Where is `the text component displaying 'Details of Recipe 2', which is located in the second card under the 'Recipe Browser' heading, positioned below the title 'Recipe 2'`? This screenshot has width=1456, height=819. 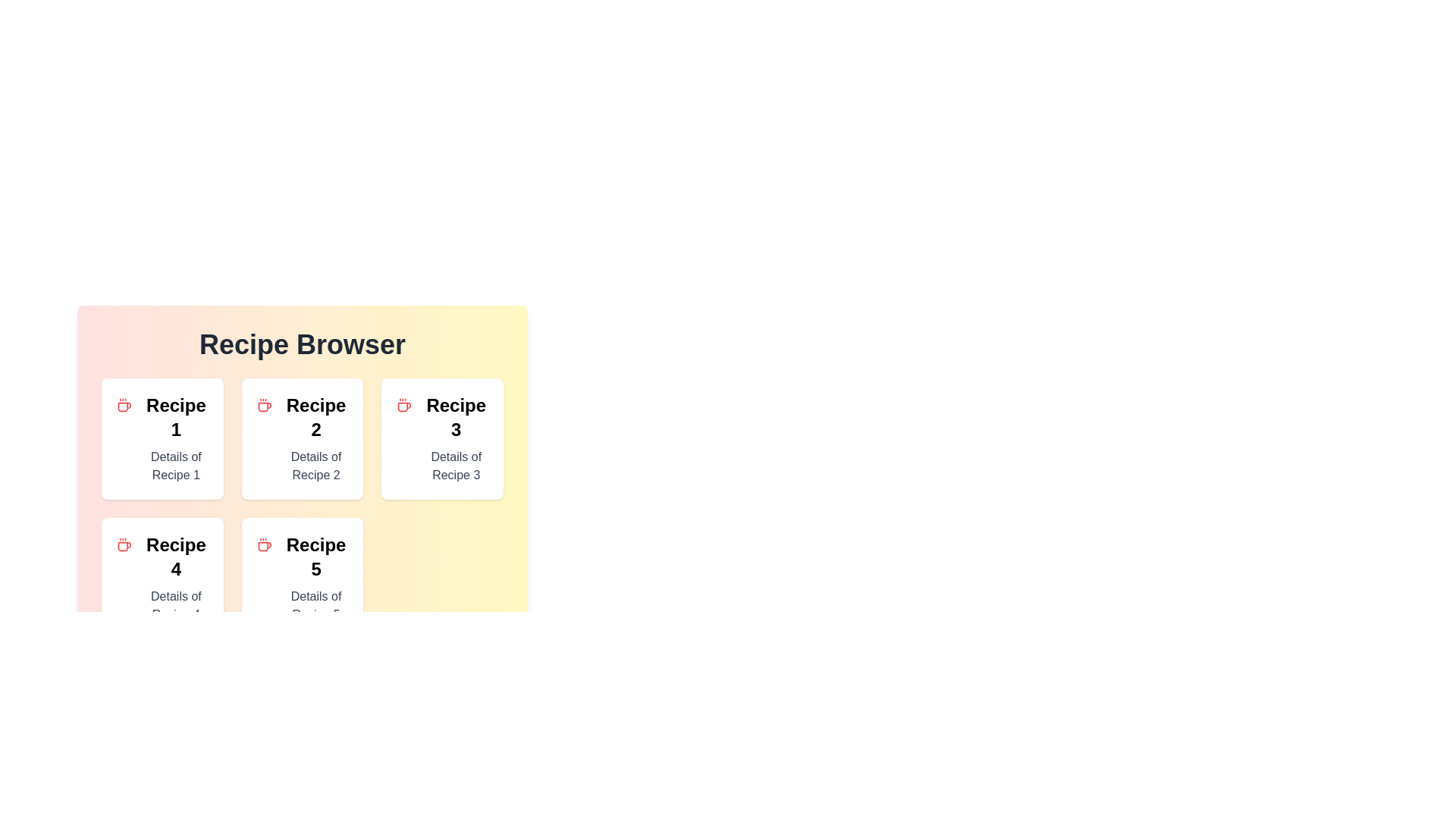 the text component displaying 'Details of Recipe 2', which is located in the second card under the 'Recipe Browser' heading, positioned below the title 'Recipe 2' is located at coordinates (315, 465).